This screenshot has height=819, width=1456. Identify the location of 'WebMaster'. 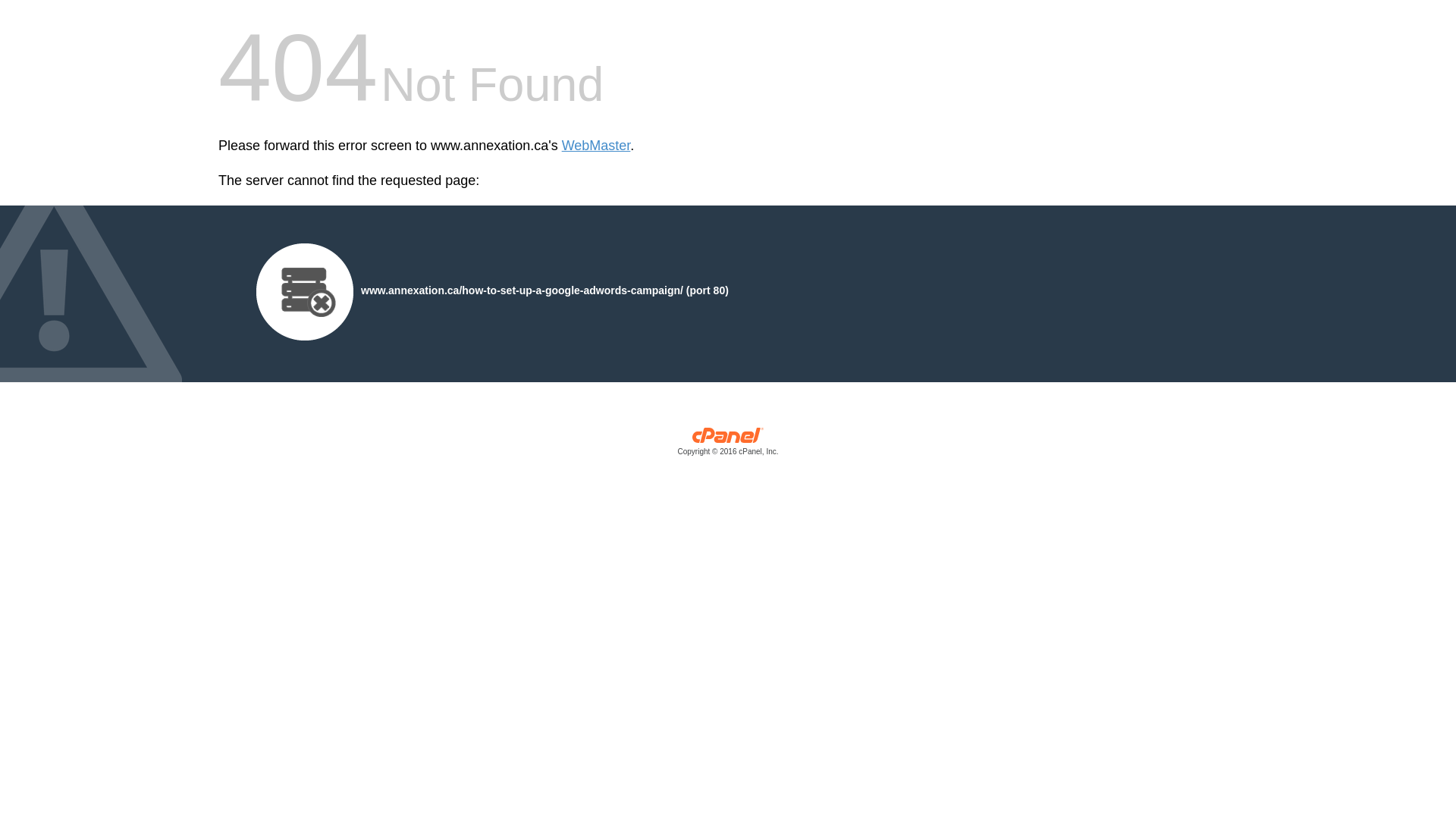
(595, 146).